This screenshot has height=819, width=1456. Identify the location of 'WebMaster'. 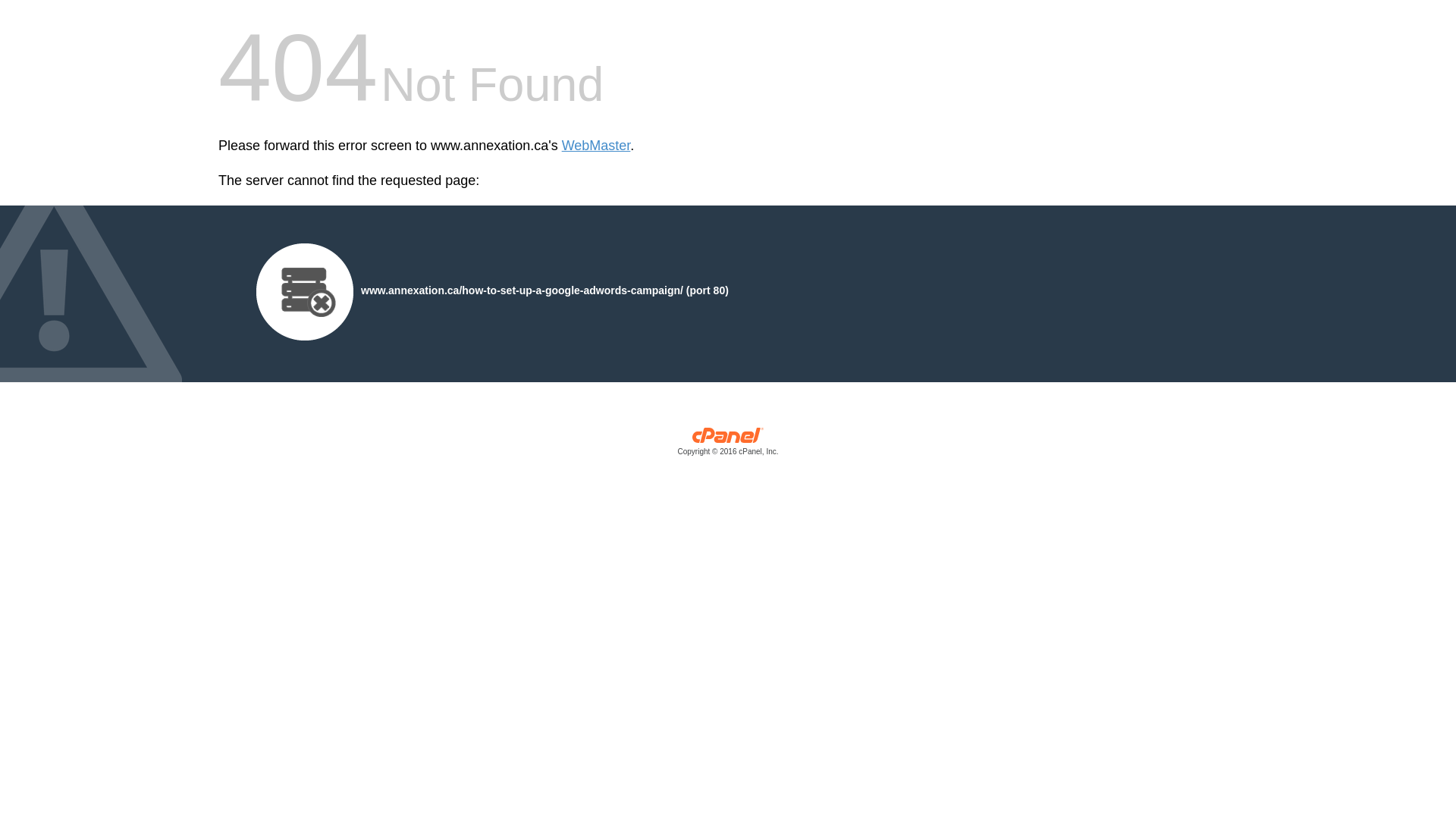
(595, 146).